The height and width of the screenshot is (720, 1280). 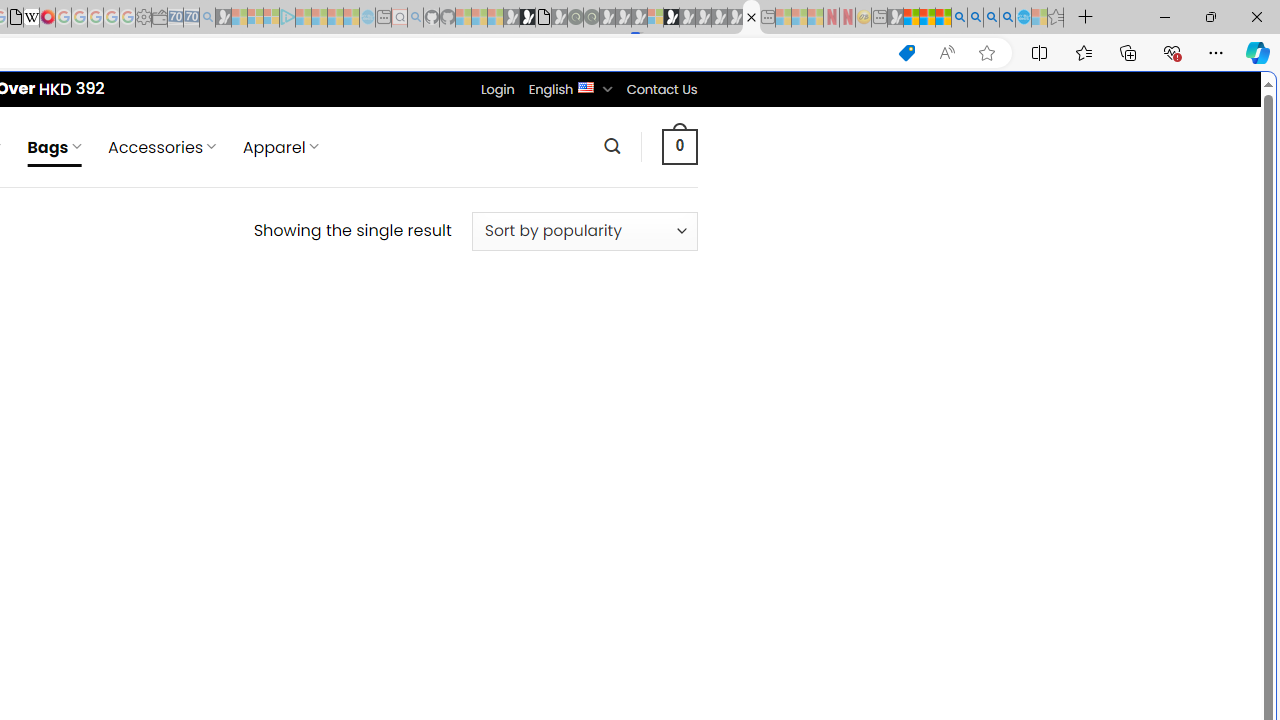 What do you see at coordinates (142, 17) in the screenshot?
I see `'Settings - Sleeping'` at bounding box center [142, 17].